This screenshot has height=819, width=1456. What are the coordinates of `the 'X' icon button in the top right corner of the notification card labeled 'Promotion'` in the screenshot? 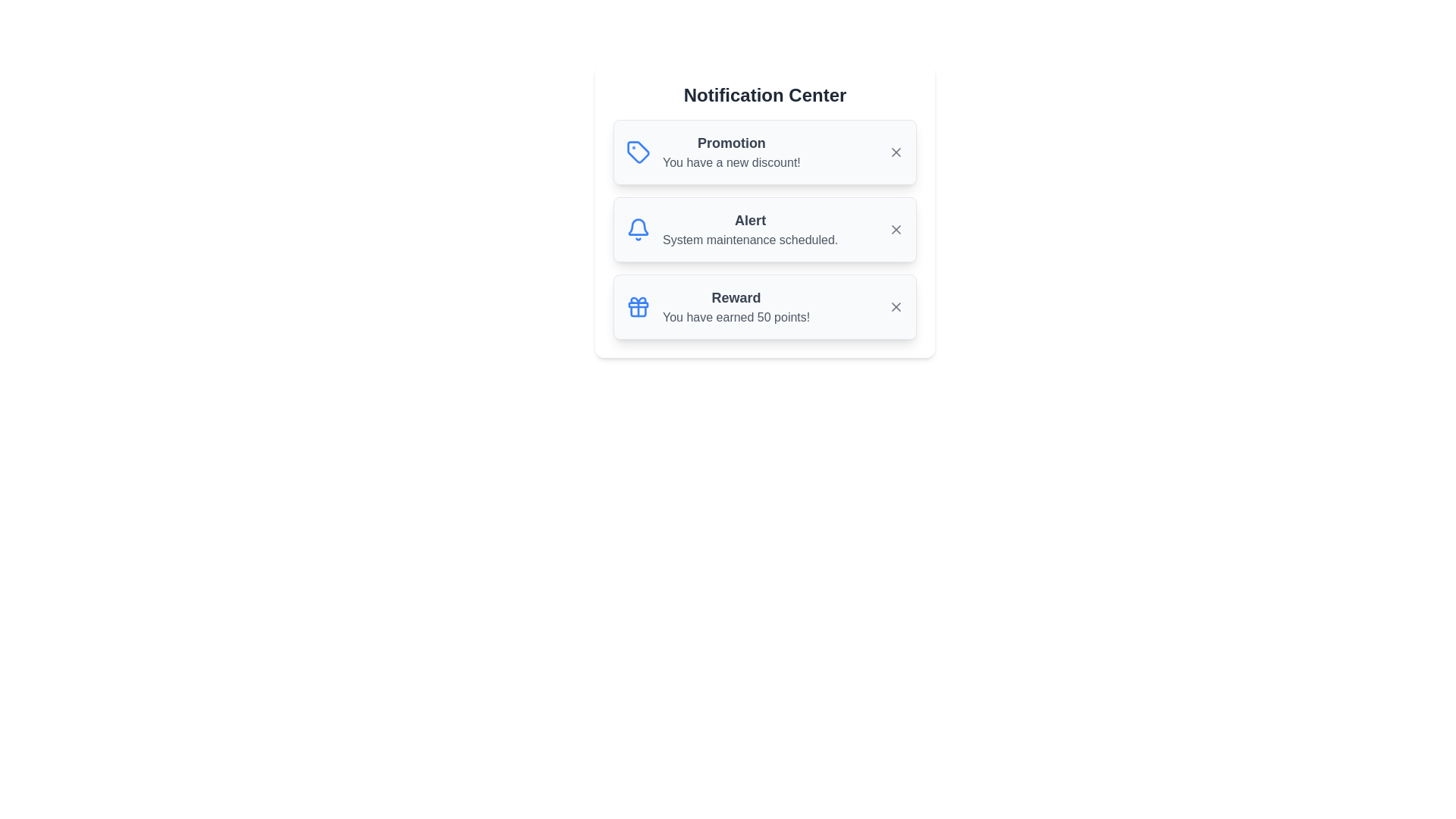 It's located at (896, 152).